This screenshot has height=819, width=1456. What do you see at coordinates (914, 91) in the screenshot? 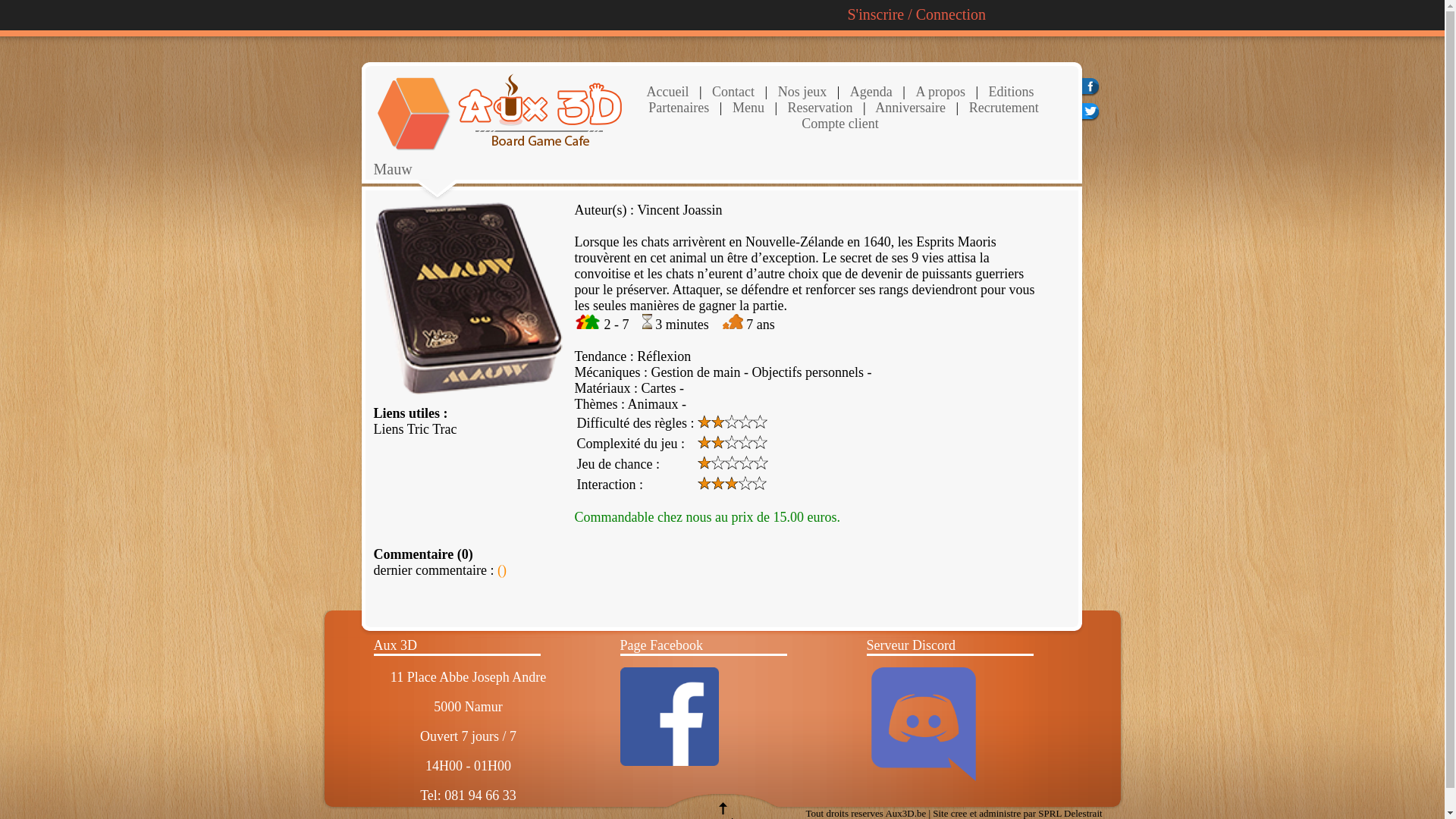
I see `'A propos'` at bounding box center [914, 91].